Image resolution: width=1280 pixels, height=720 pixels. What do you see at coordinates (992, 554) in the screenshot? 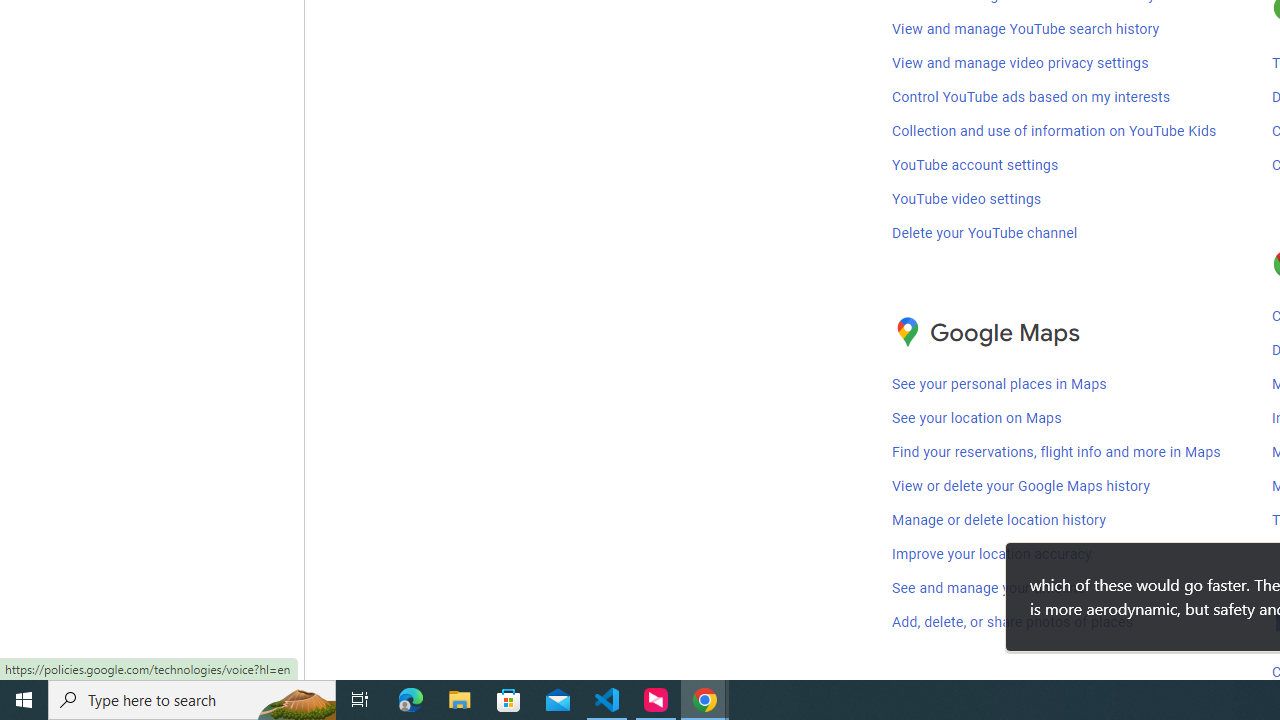
I see `'Improve your location accuracy'` at bounding box center [992, 554].